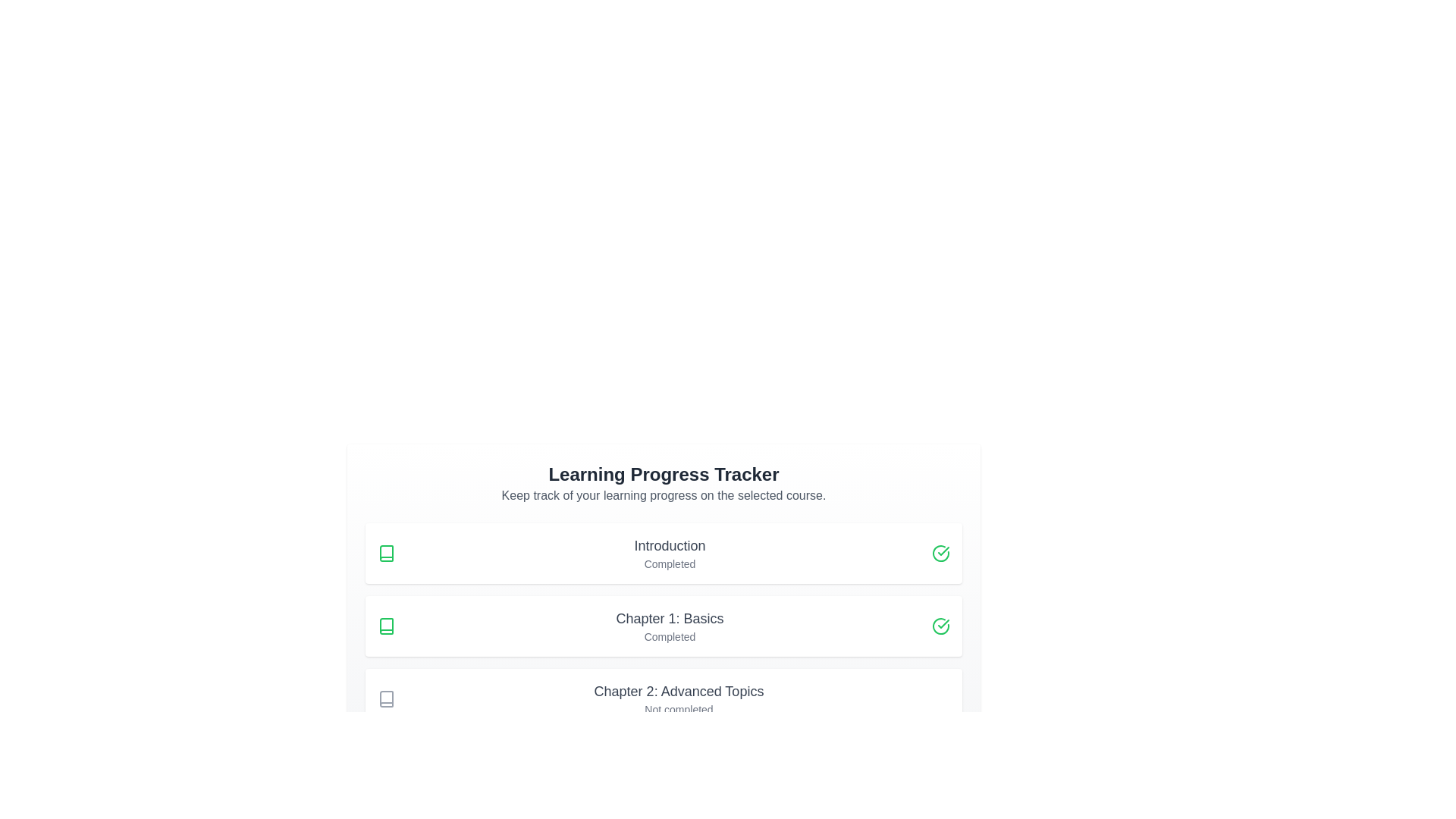 The height and width of the screenshot is (819, 1456). Describe the element at coordinates (943, 551) in the screenshot. I see `the green checkmark icon located adjacent to the 'Introduction' label in the 'Learning Progress Tracker' section` at that location.